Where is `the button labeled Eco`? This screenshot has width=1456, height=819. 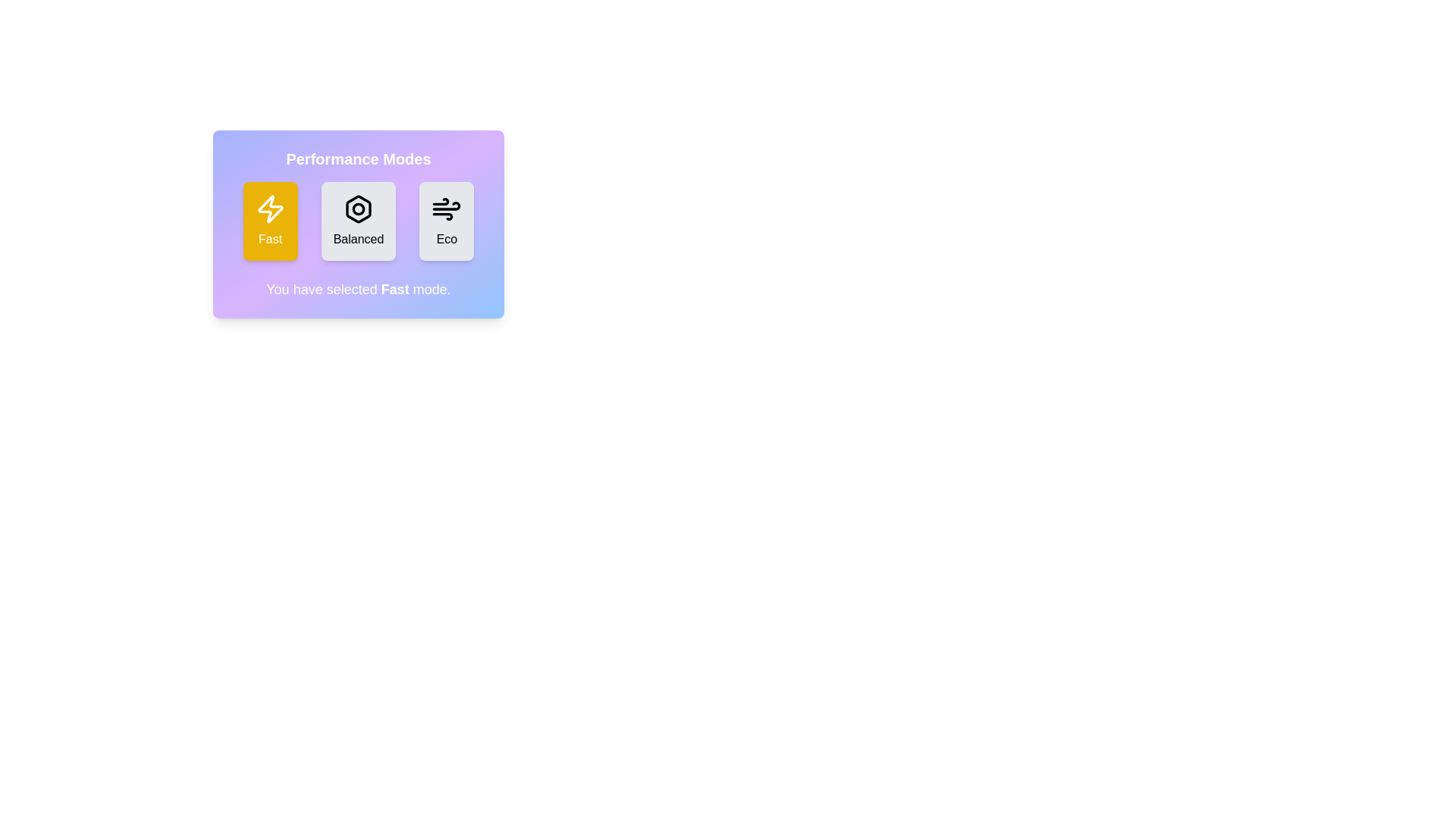 the button labeled Eco is located at coordinates (446, 221).